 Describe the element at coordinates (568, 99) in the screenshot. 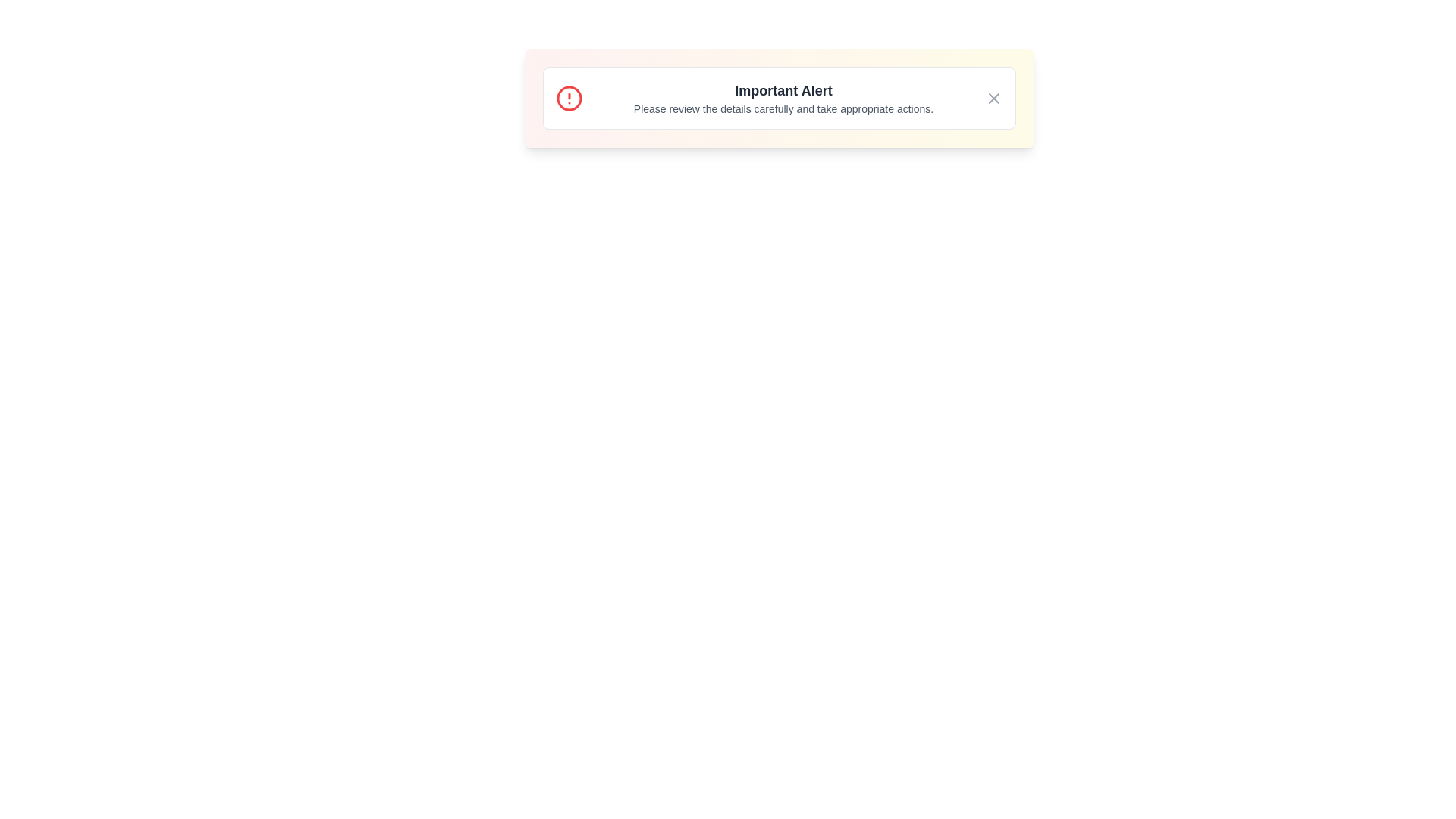

I see `the circular graphical element with a red border, which is part of a red alert icon on the left side of the notification banner` at that location.